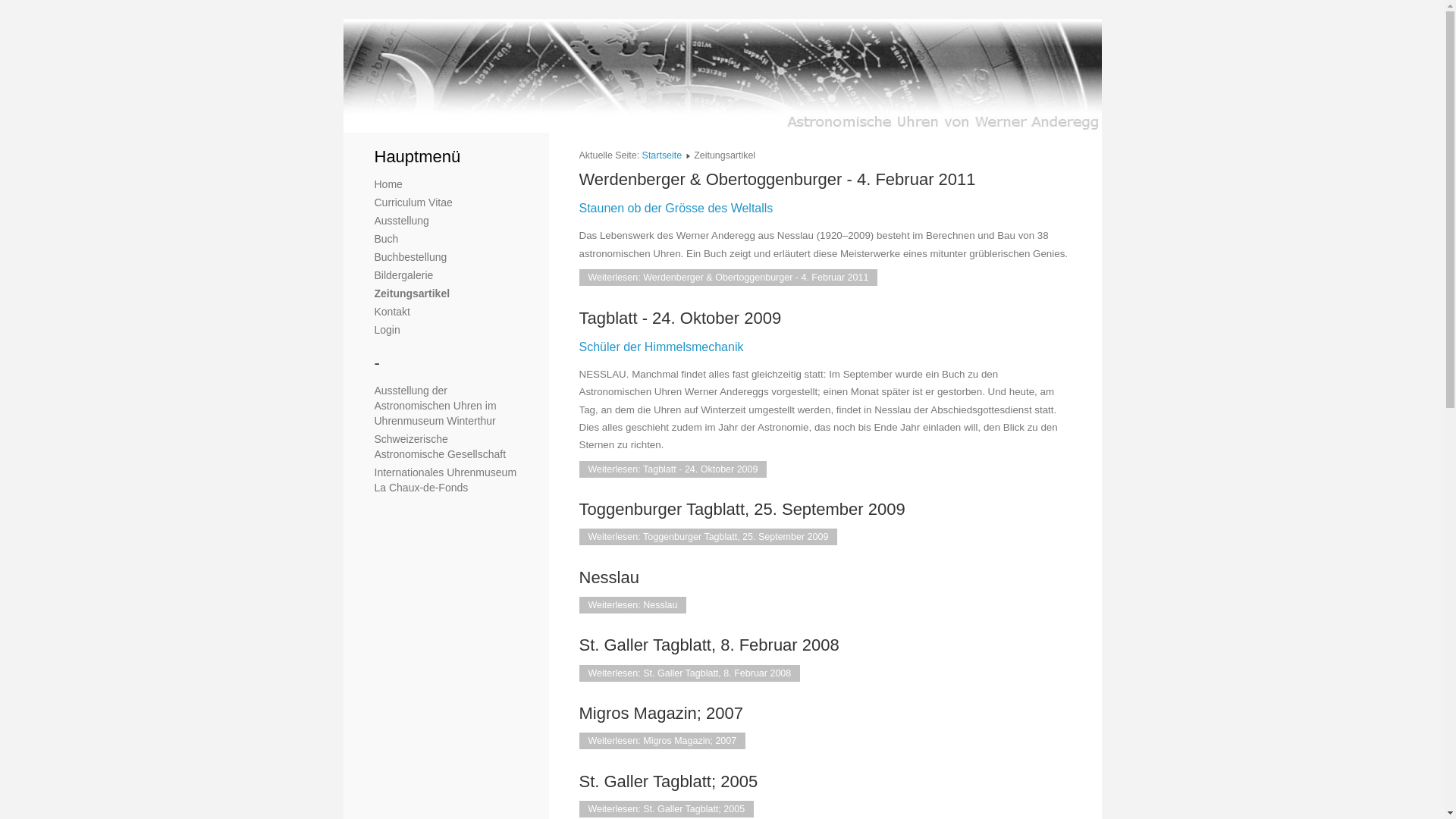 The height and width of the screenshot is (819, 1456). I want to click on 'Nesslau', so click(609, 577).